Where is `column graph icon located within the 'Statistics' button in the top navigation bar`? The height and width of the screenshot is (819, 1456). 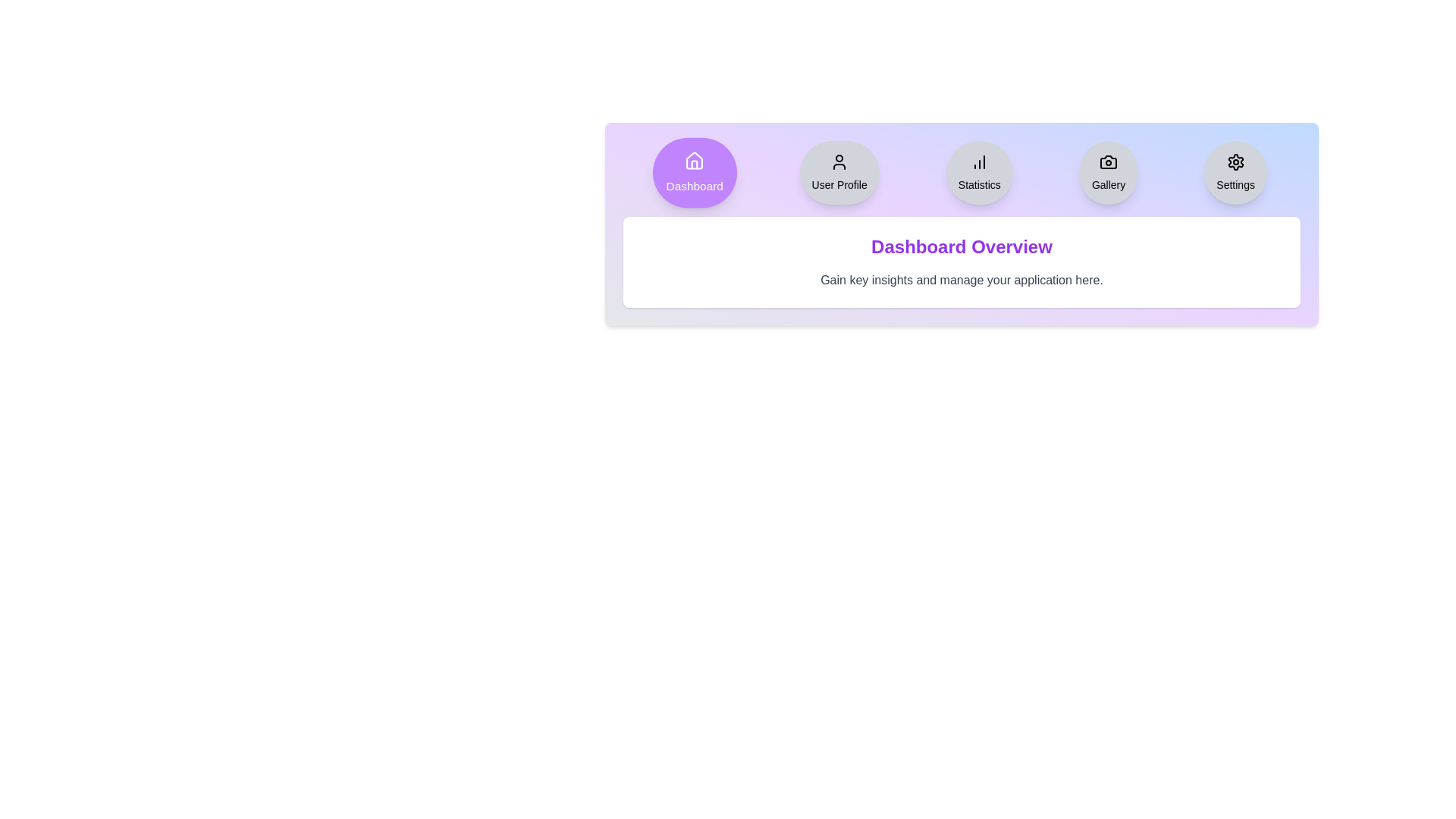 column graph icon located within the 'Statistics' button in the top navigation bar is located at coordinates (979, 162).